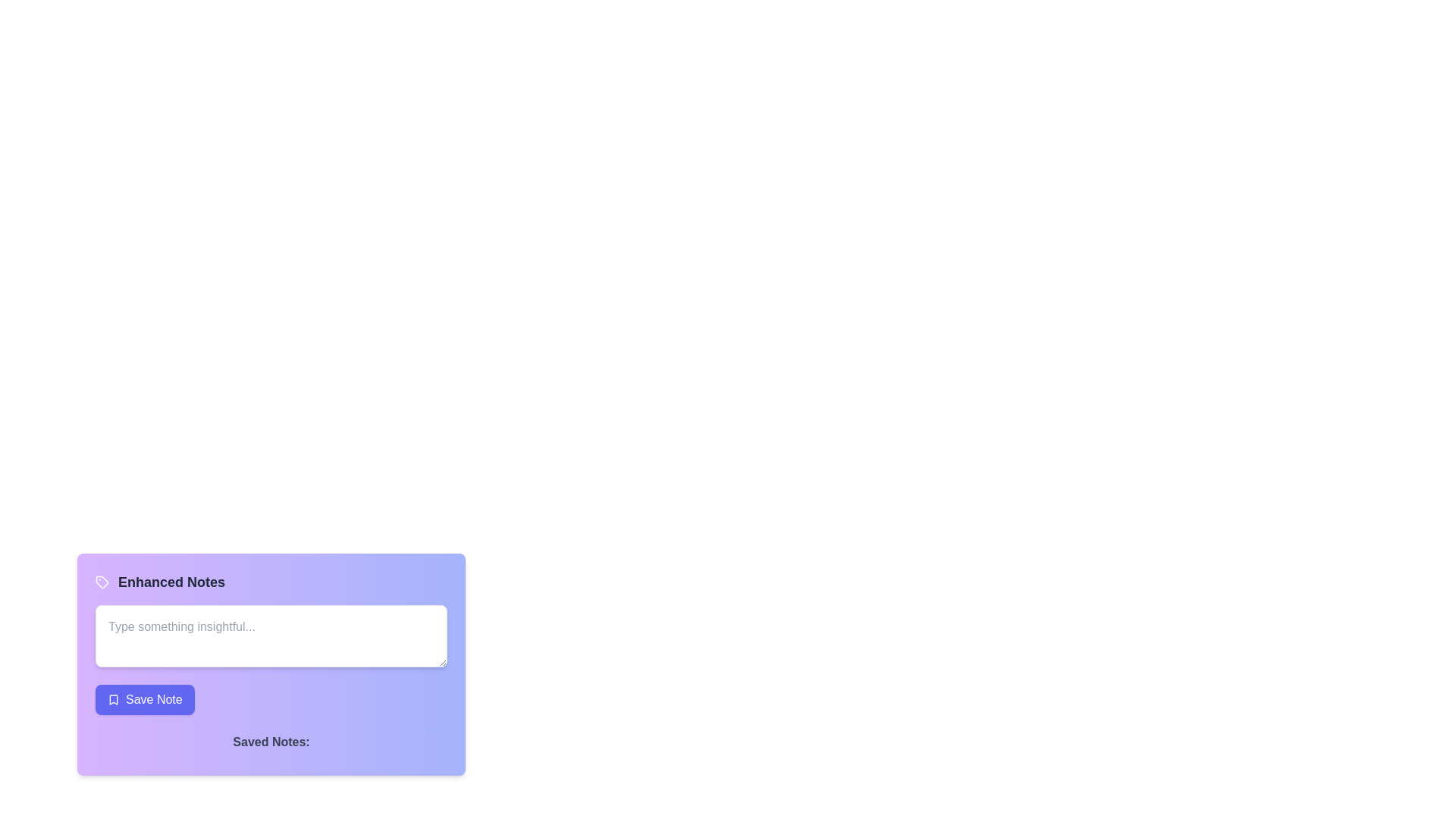 The height and width of the screenshot is (819, 1456). Describe the element at coordinates (112, 699) in the screenshot. I see `the appearance of the small bookmark-shaped SVG icon located at the bottom-left corner of the 'Save Note' button` at that location.